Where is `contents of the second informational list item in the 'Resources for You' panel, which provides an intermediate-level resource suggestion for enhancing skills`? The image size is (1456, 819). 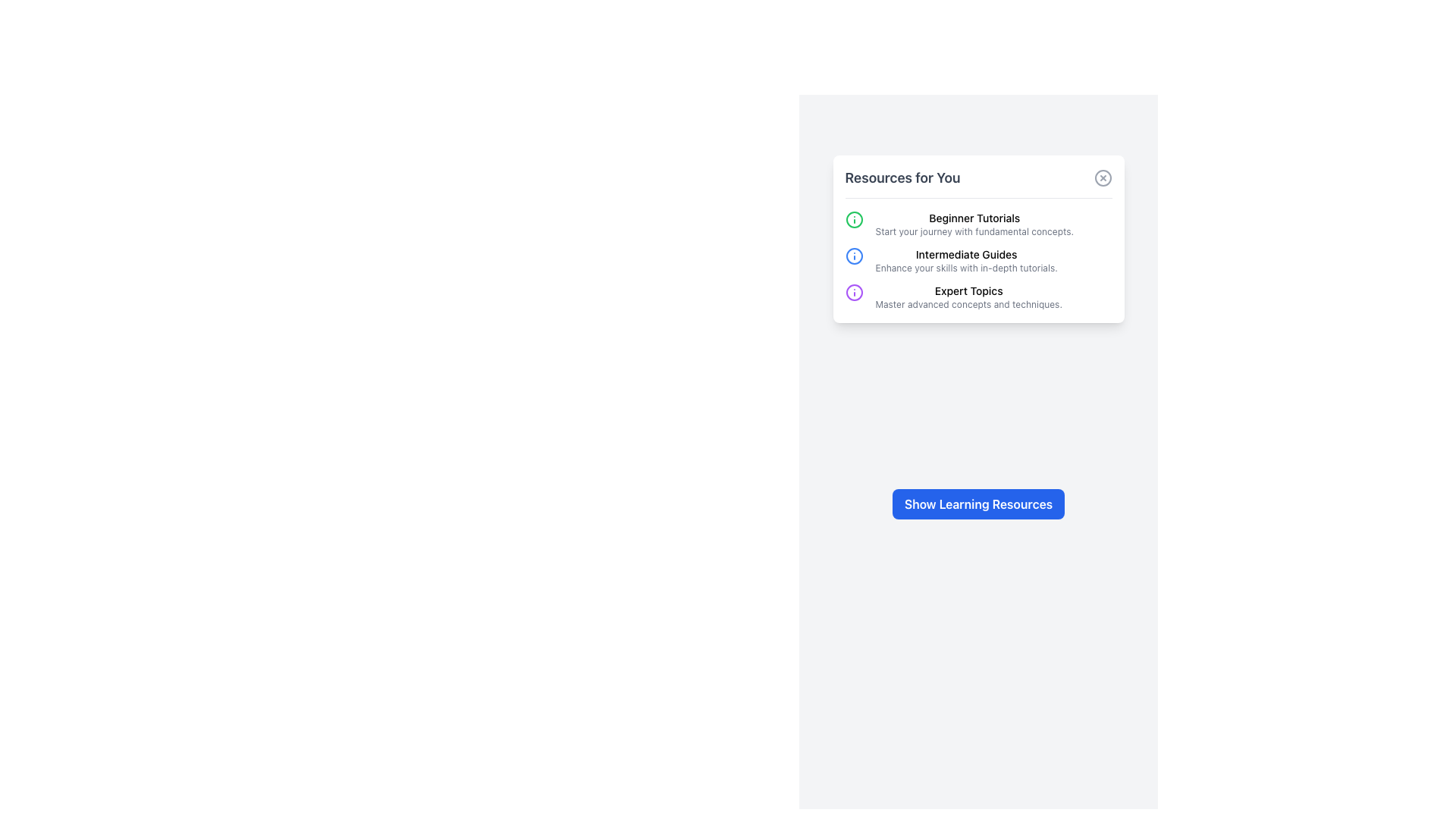 contents of the second informational list item in the 'Resources for You' panel, which provides an intermediate-level resource suggestion for enhancing skills is located at coordinates (978, 259).